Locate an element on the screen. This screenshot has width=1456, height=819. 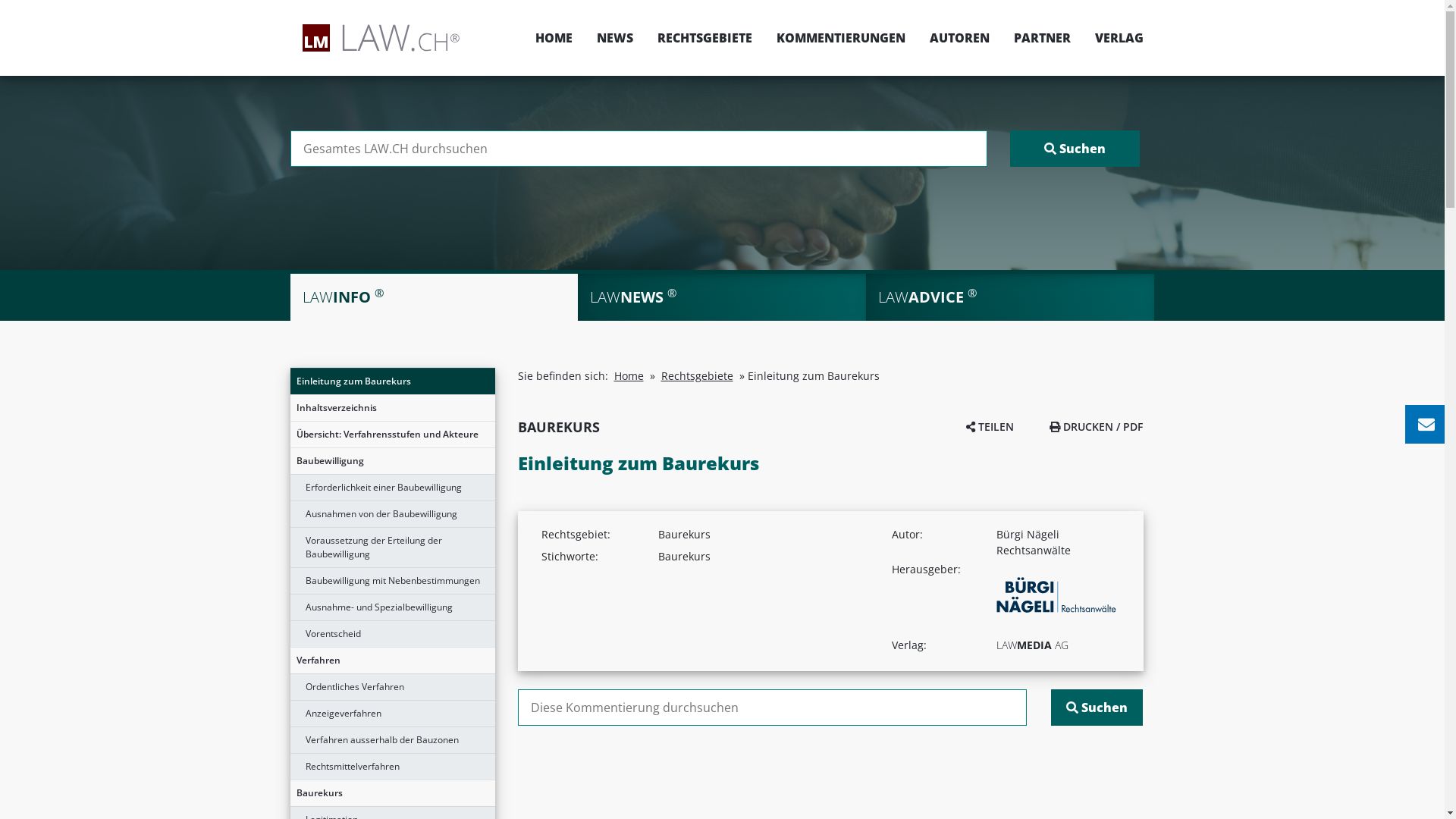
' TEILEN' is located at coordinates (990, 426).